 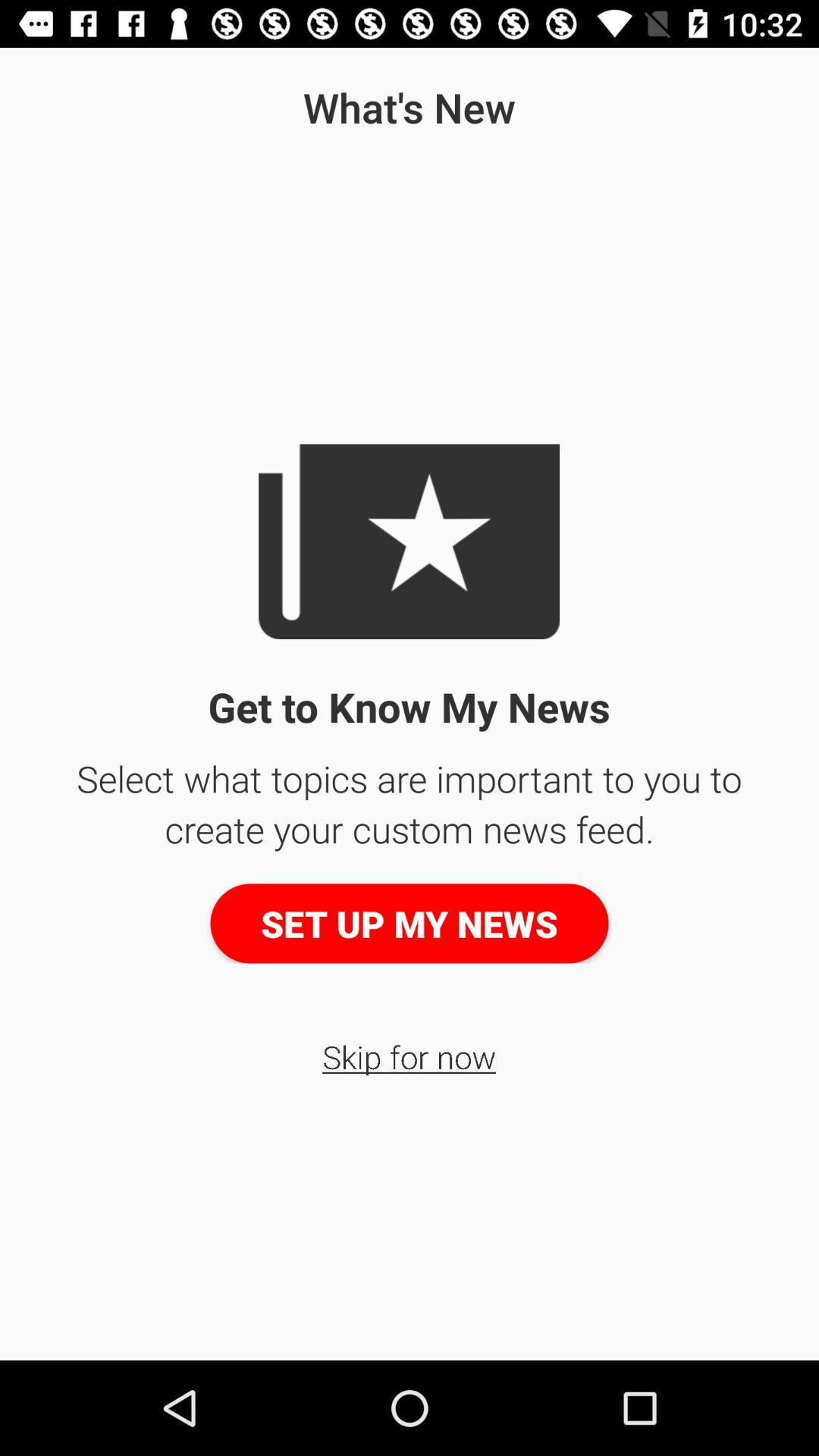 What do you see at coordinates (409, 923) in the screenshot?
I see `set up my item` at bounding box center [409, 923].